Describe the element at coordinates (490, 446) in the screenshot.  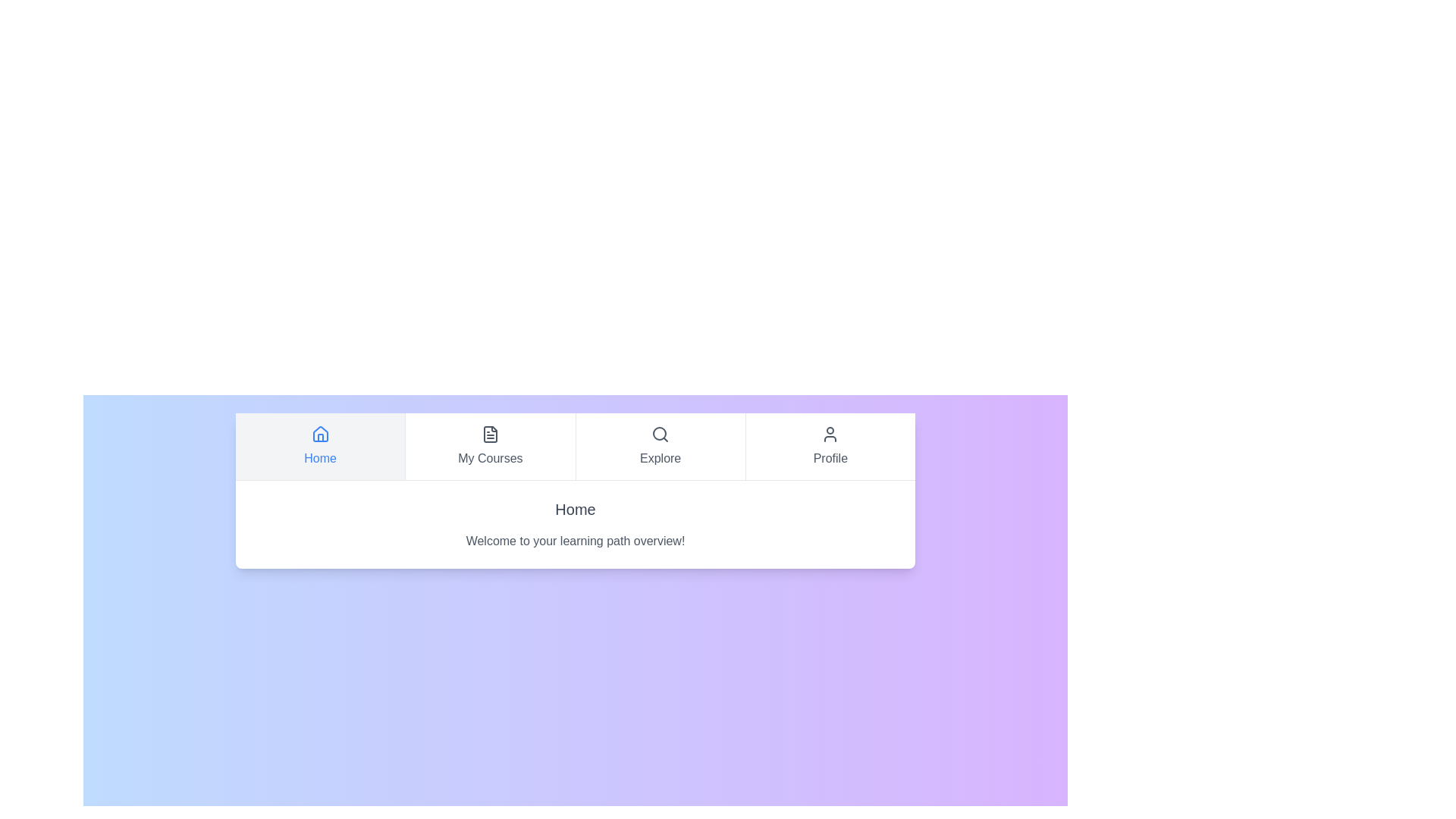
I see `the tab labeled My Courses to navigate to its content` at that location.